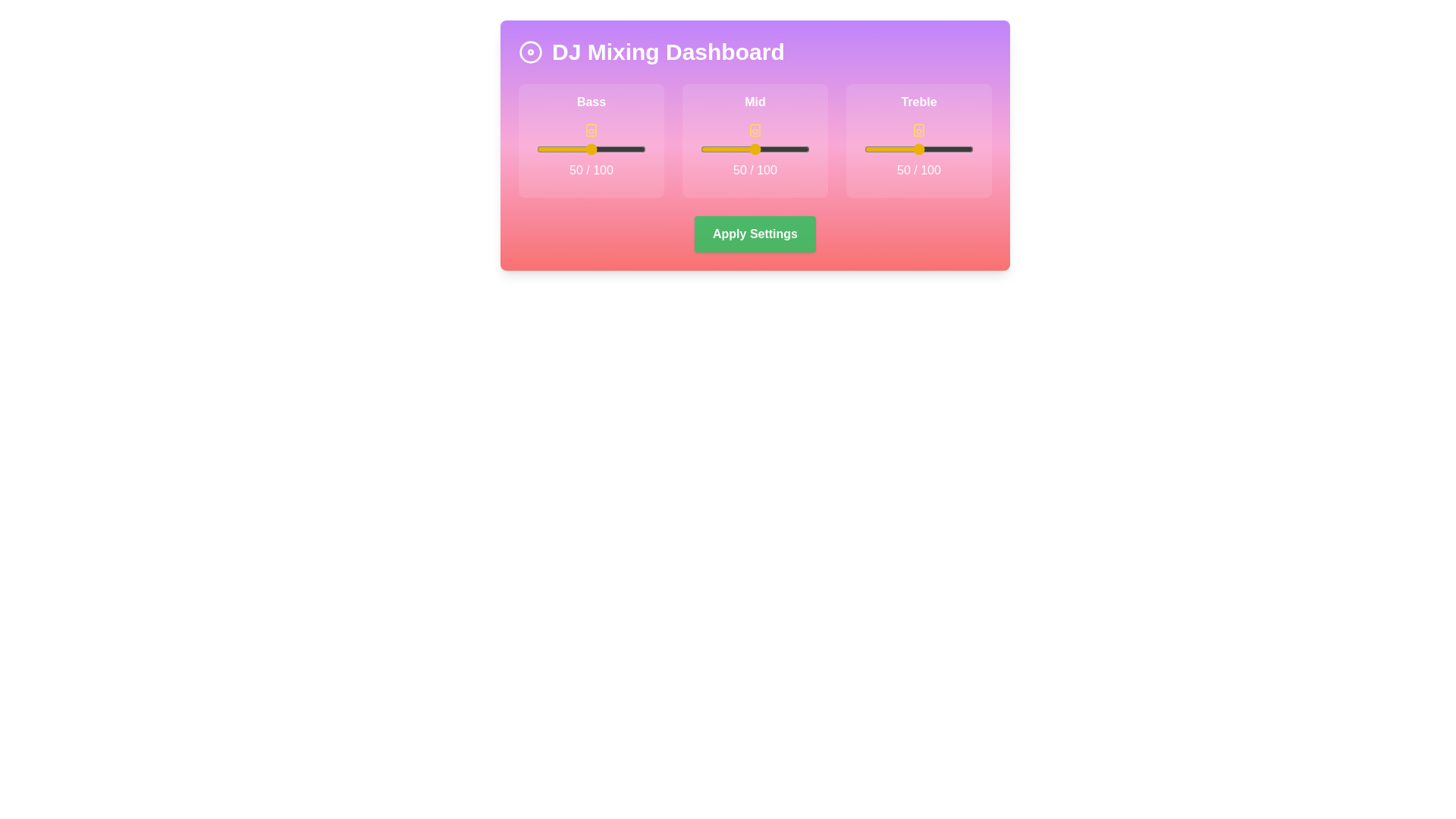 The image size is (1456, 819). I want to click on the slider labeled mid to view its current value, so click(755, 149).